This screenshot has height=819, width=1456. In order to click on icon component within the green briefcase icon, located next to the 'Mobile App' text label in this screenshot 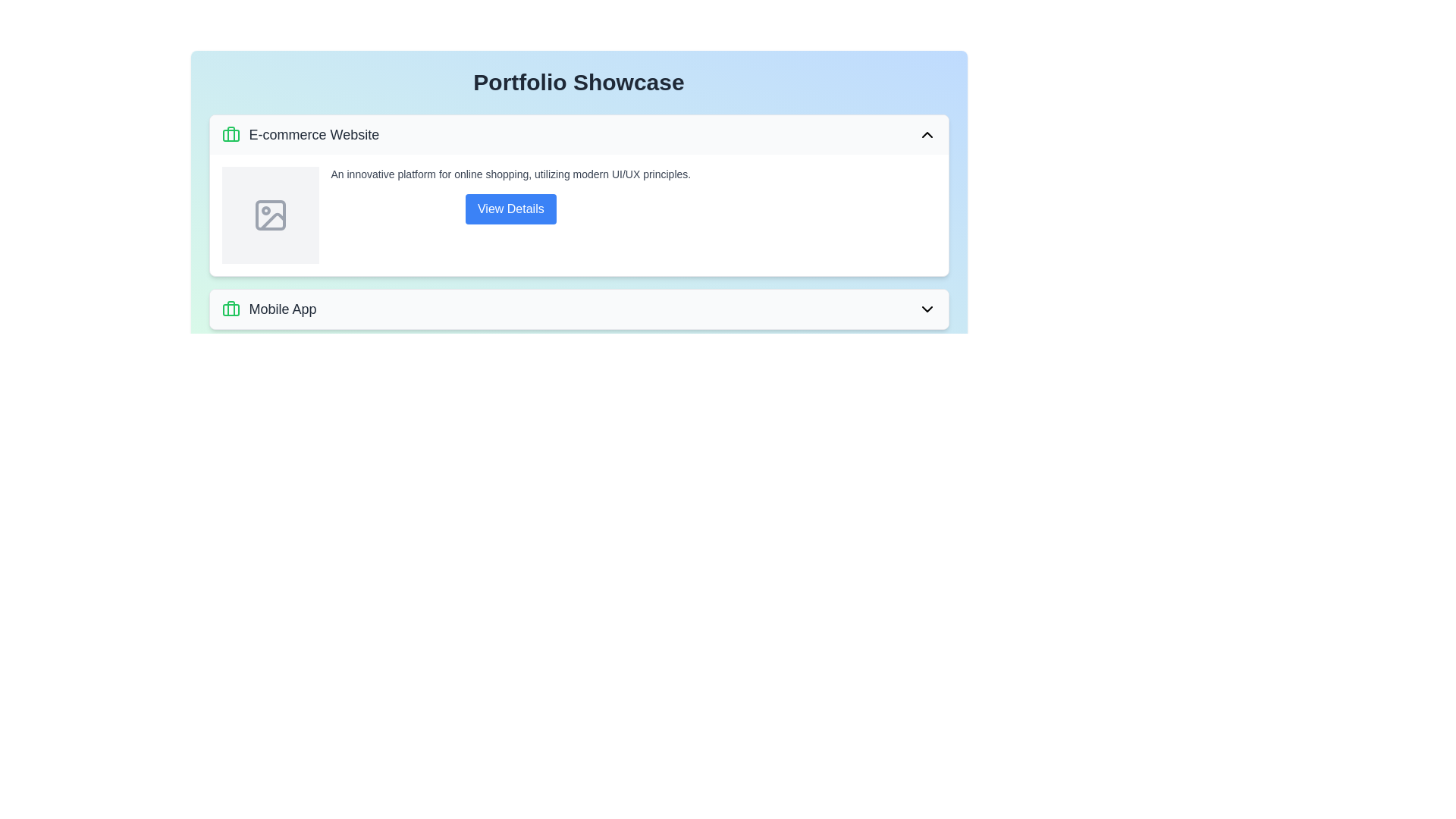, I will do `click(230, 309)`.